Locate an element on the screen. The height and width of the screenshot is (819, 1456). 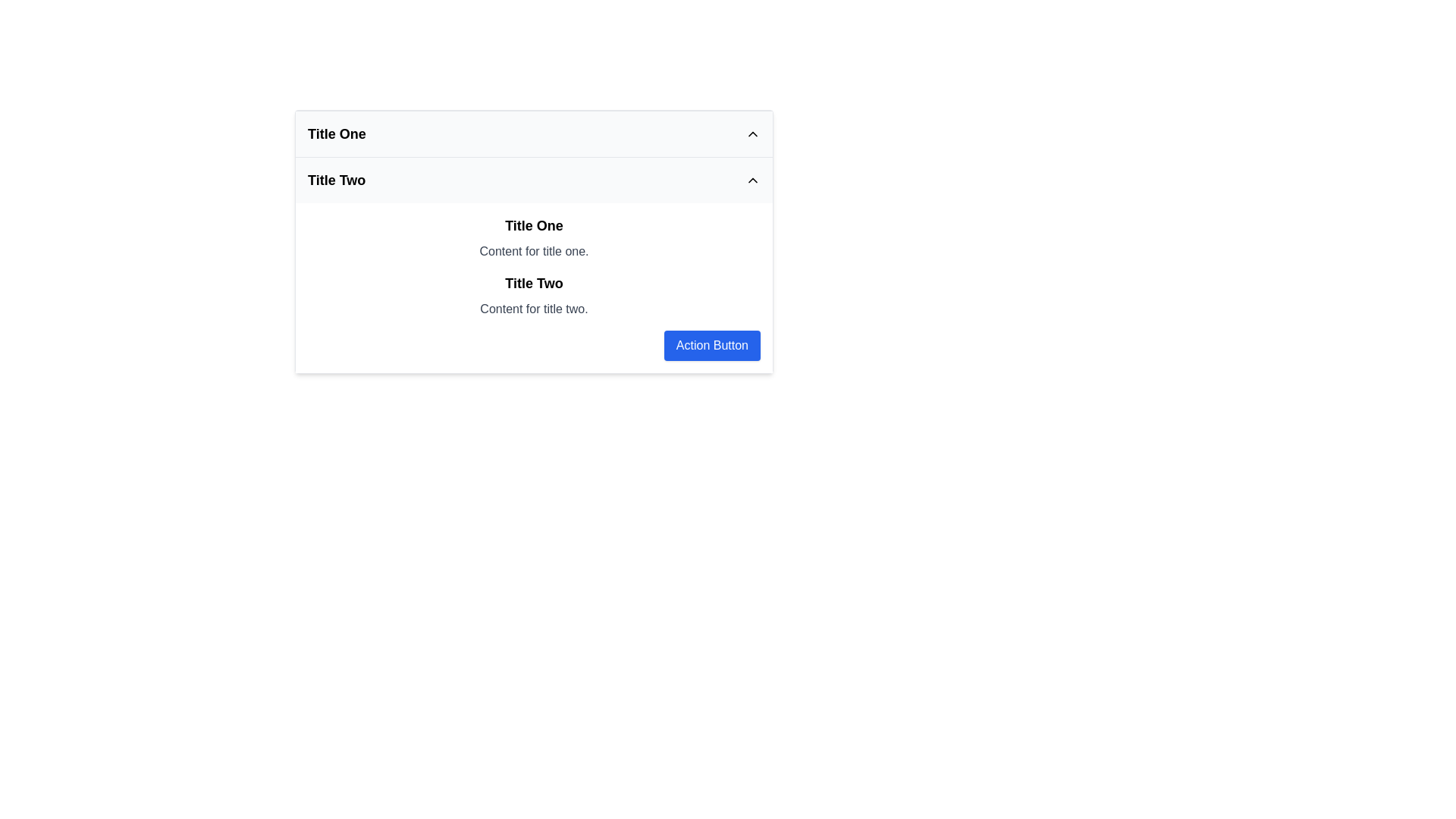
the static text element that provides supplementary information about the header 'Title Two', positioned below it within a collapsible component is located at coordinates (534, 309).